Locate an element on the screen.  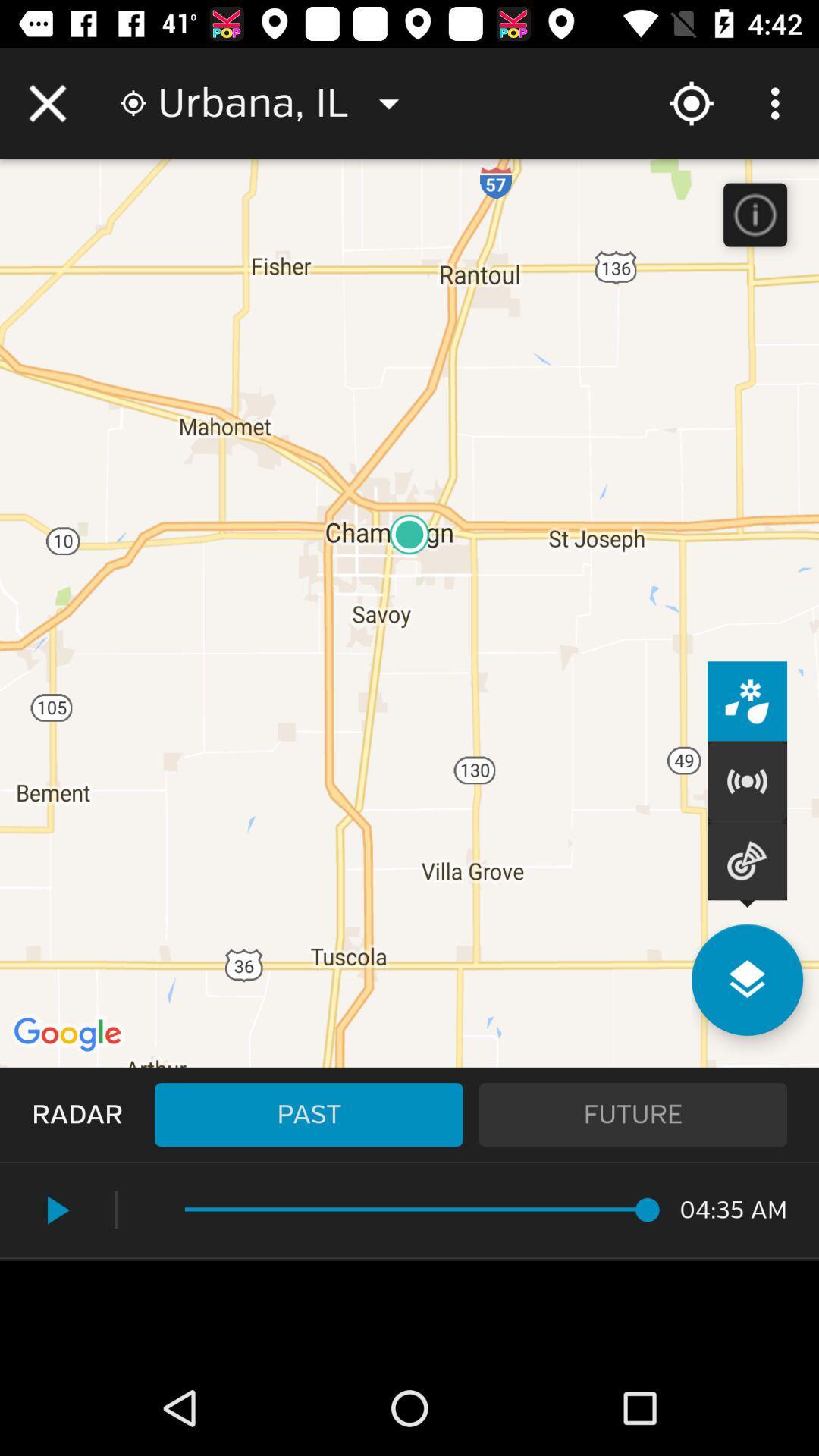
the layers icon is located at coordinates (746, 980).